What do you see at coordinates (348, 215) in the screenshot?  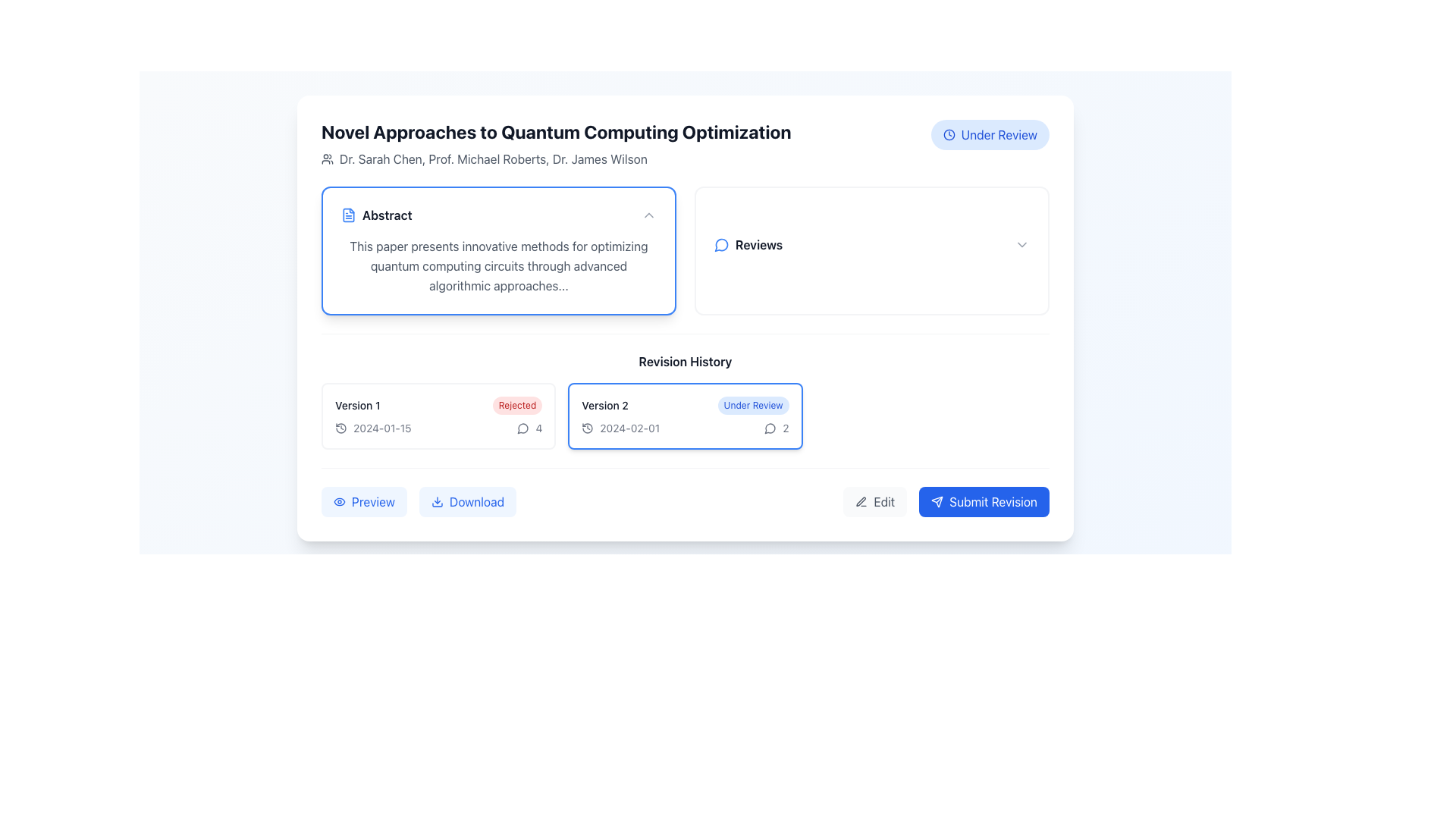 I see `the blue document icon located to the left of the 'Abstract' text near the top center of the interface` at bounding box center [348, 215].